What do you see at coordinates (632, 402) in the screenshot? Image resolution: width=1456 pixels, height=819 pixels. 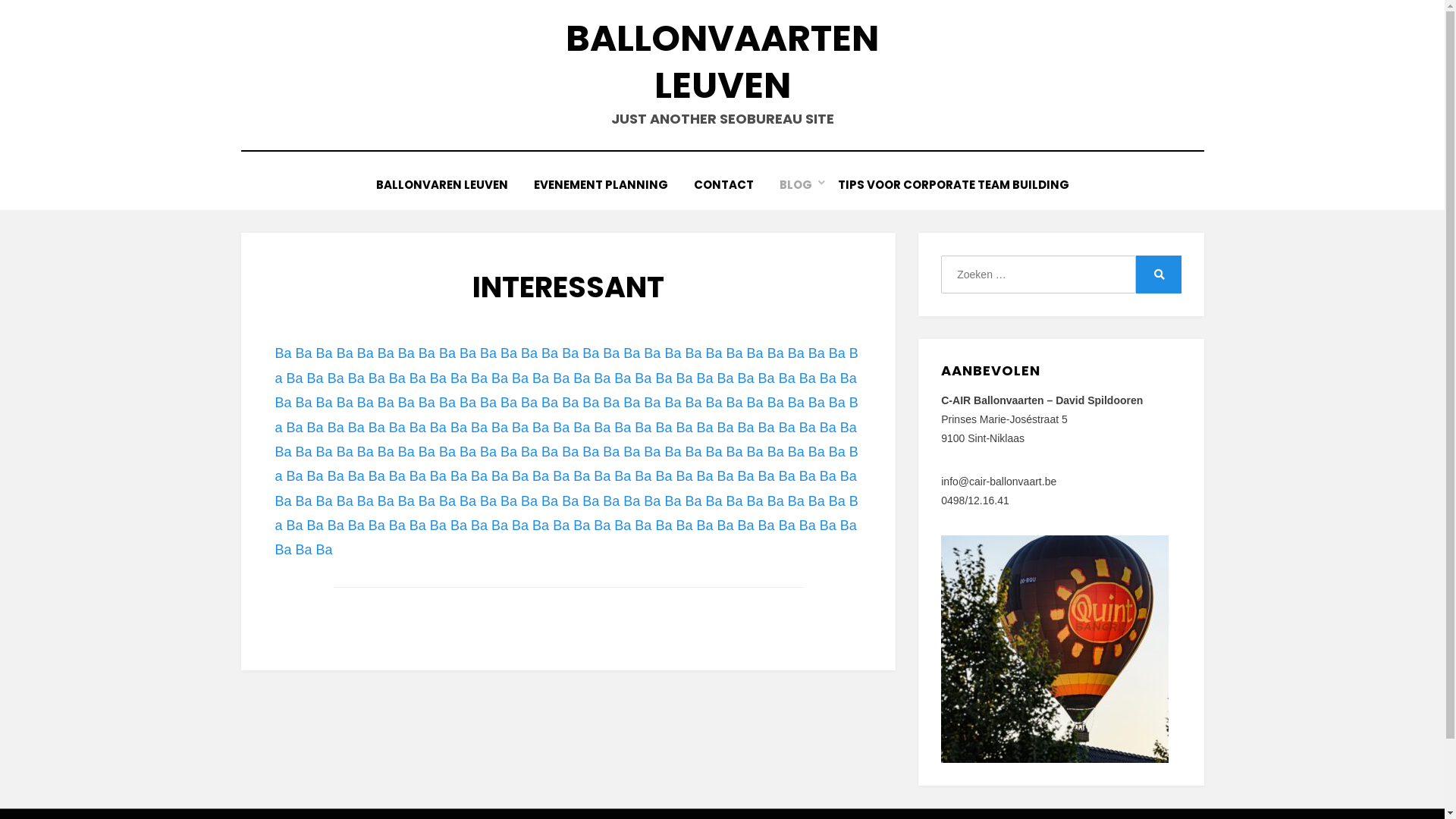 I see `'Ba'` at bounding box center [632, 402].